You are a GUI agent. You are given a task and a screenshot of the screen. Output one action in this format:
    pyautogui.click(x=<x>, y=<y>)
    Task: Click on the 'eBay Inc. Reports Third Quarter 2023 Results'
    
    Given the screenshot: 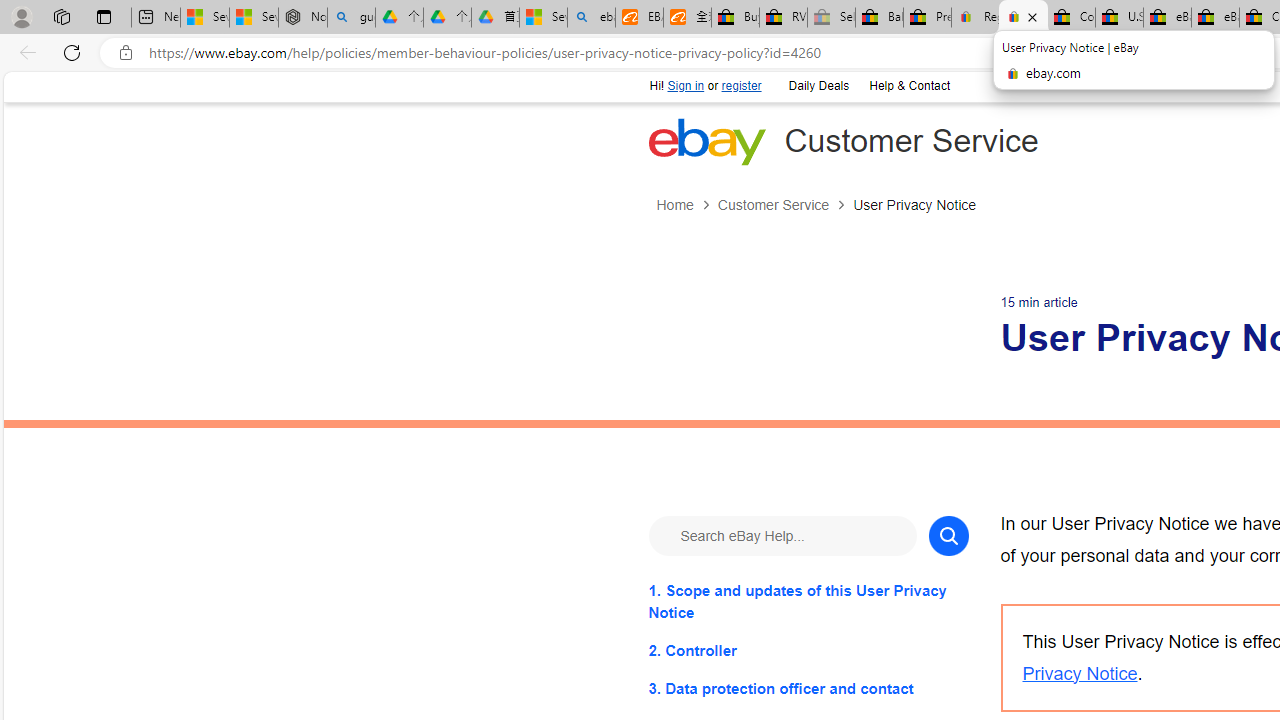 What is the action you would take?
    pyautogui.click(x=1214, y=17)
    